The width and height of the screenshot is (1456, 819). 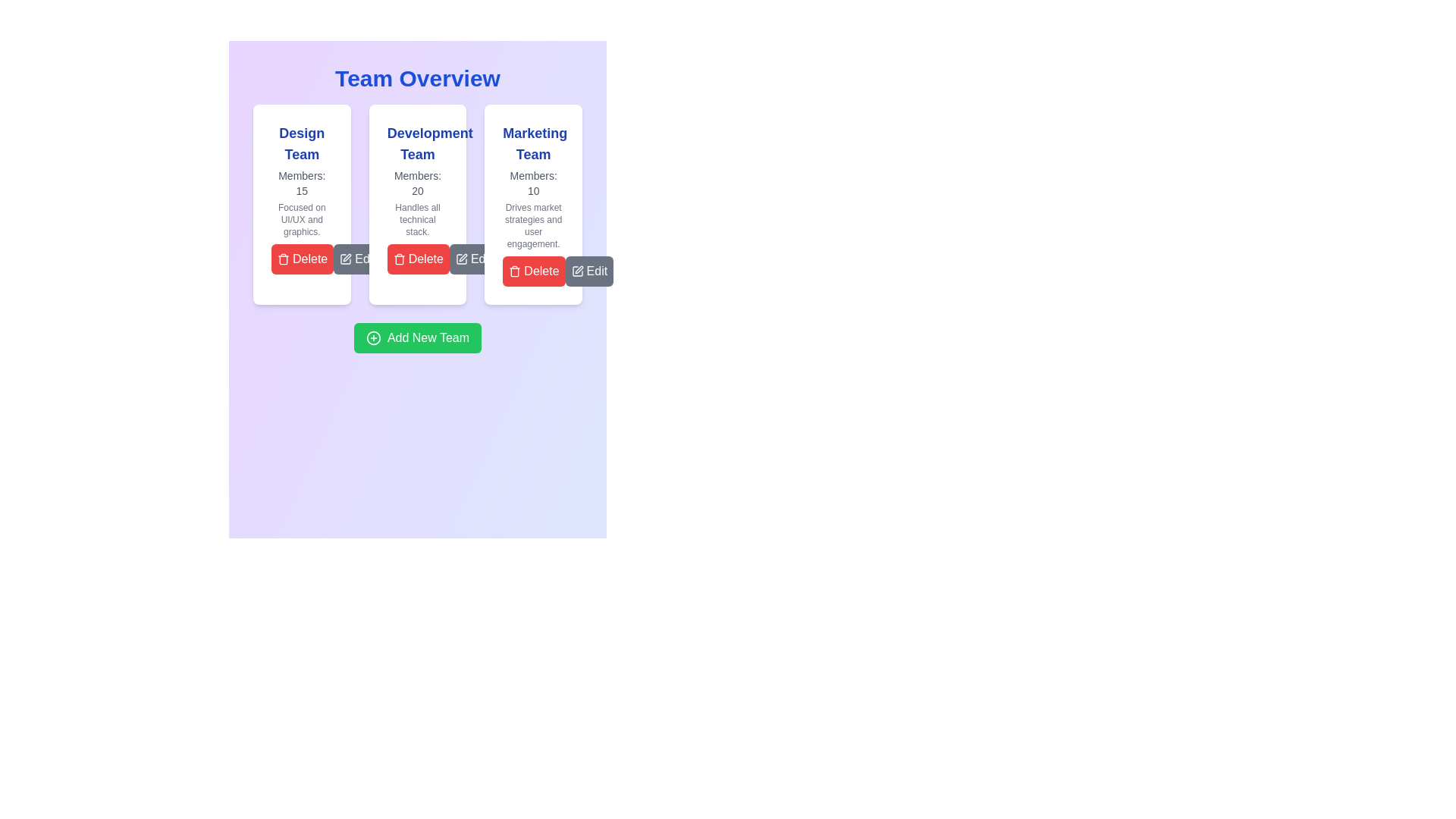 I want to click on the square-shaped pen icon located on the 'Edit' button with a gray background and white text, adjacent to the 'Delete' button below the 'Marketing Team' card in the last column of the Team Overview section to trigger visual feedback, so click(x=576, y=271).